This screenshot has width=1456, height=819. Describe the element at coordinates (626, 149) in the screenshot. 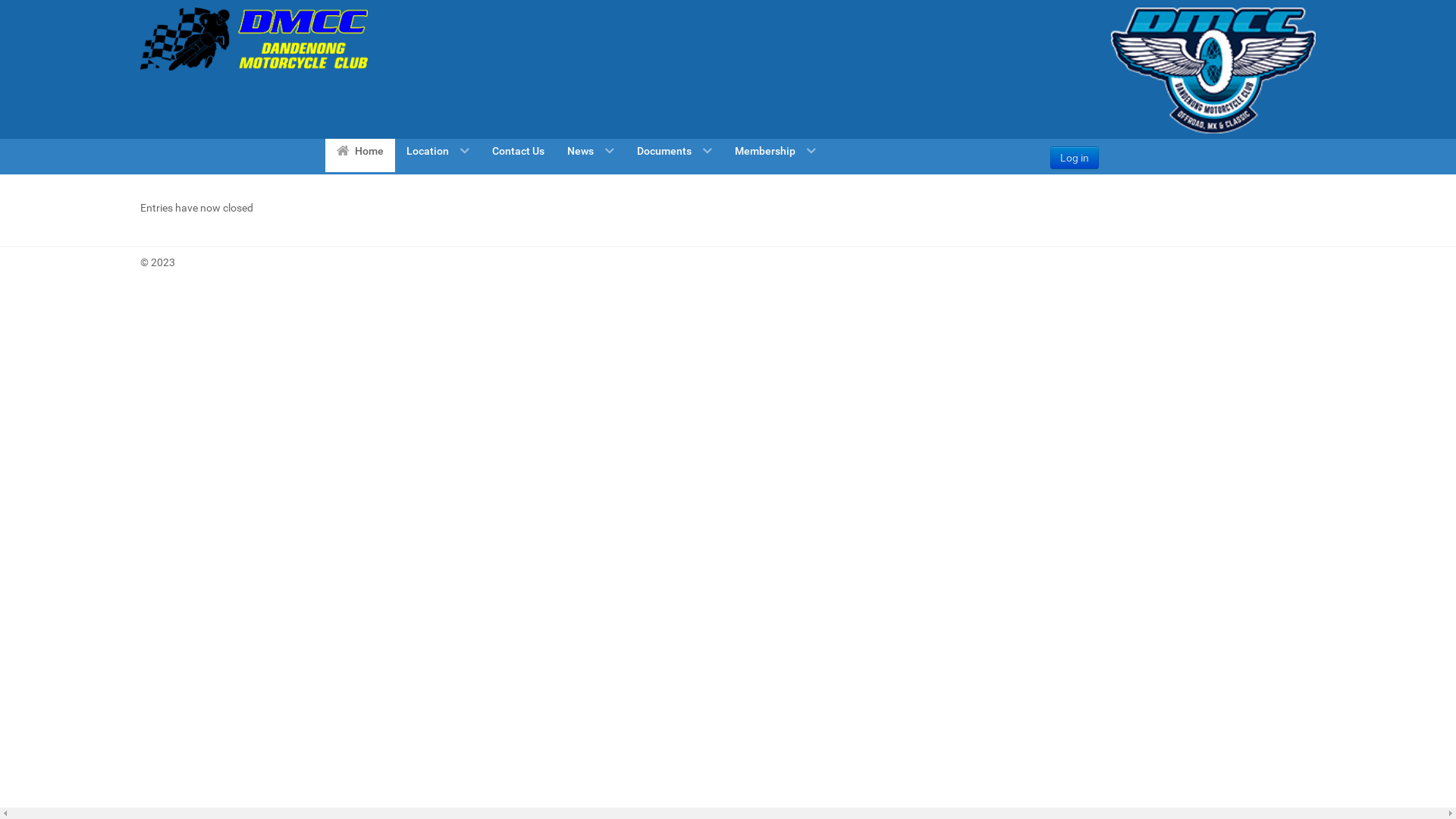

I see `'Documents'` at that location.